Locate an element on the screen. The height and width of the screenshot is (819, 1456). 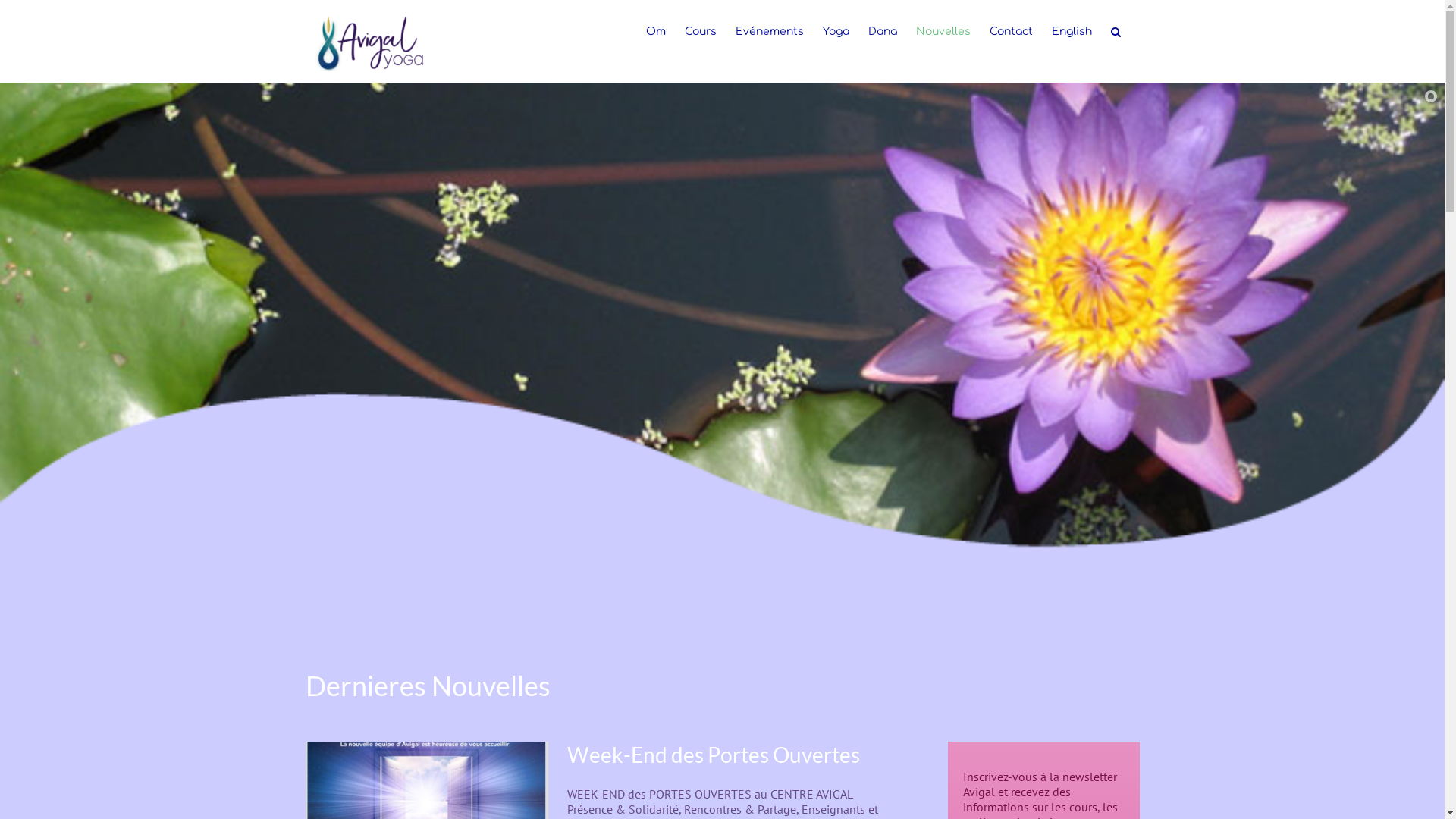
'Search' is located at coordinates (1115, 32).